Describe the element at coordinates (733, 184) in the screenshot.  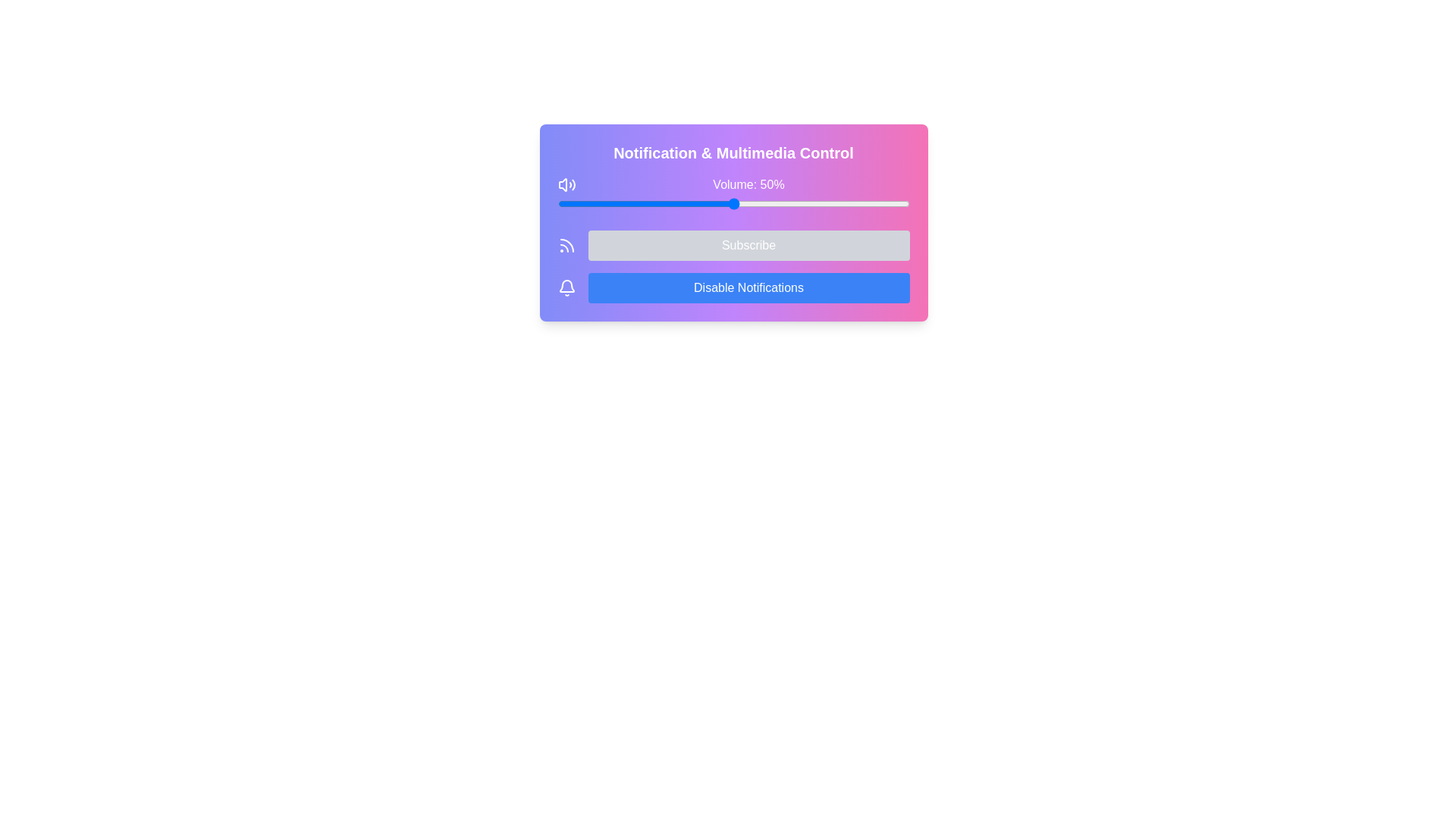
I see `the text display label that shows 'Volume: 50%' in white font on a gradient background` at that location.